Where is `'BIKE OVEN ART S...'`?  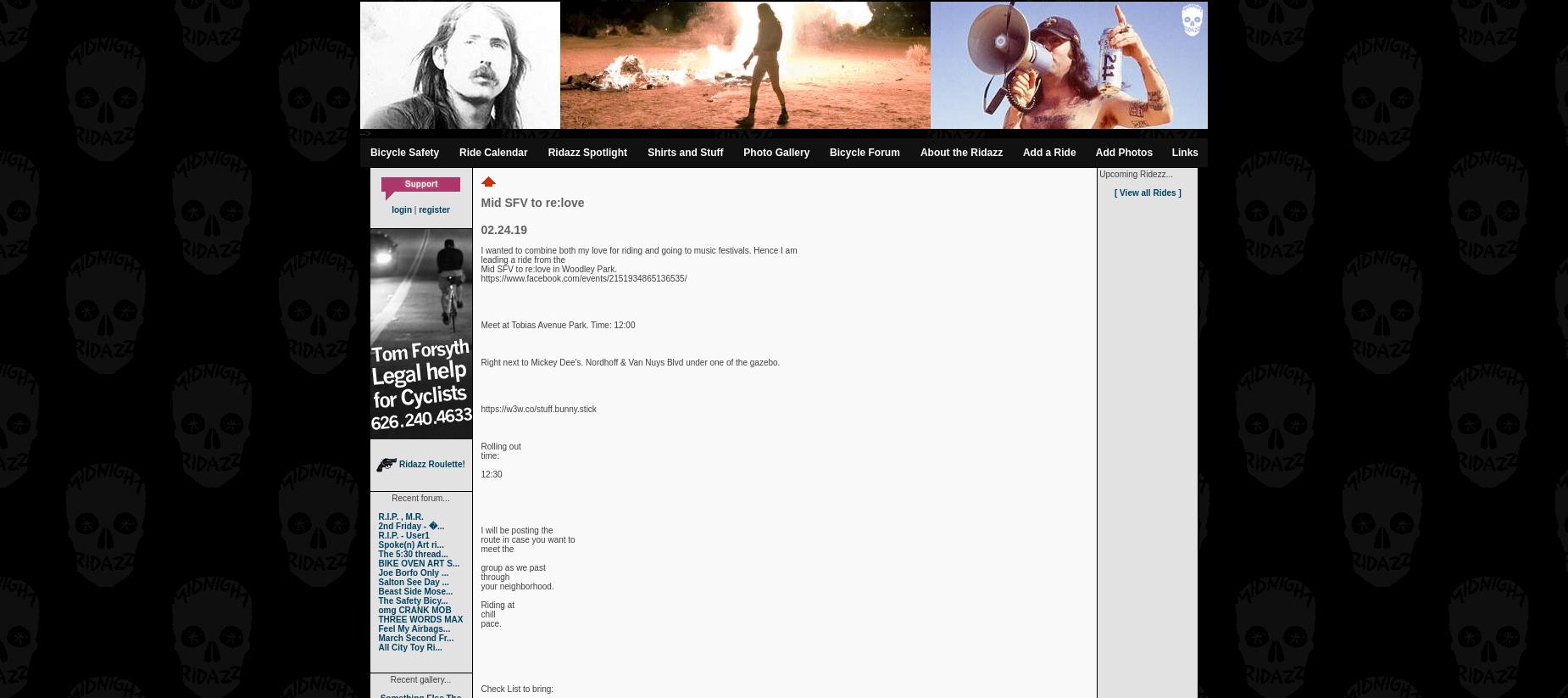
'BIKE OVEN ART S...' is located at coordinates (418, 563).